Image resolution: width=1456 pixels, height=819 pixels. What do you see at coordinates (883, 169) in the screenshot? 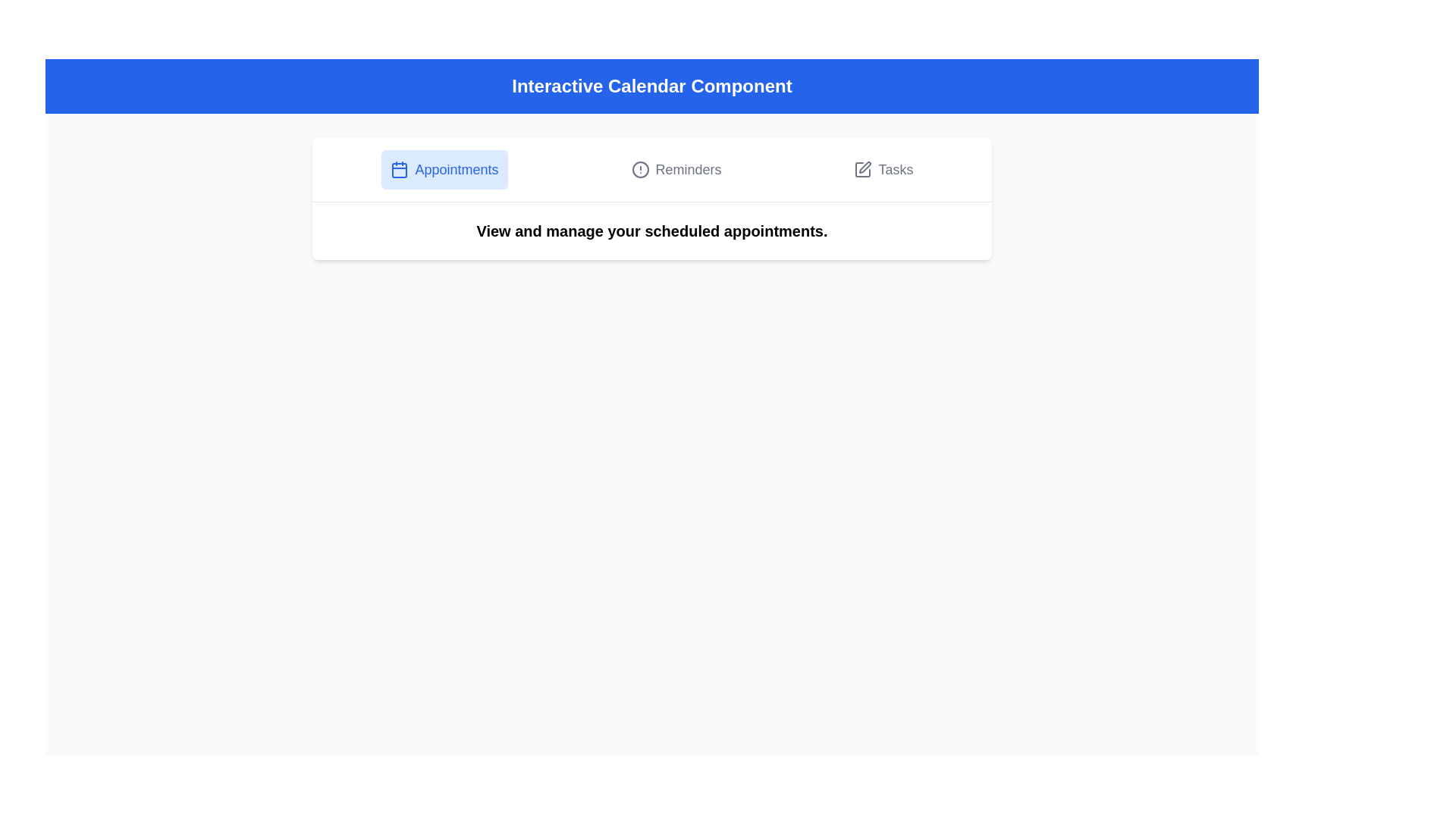
I see `the Tasks tab` at bounding box center [883, 169].